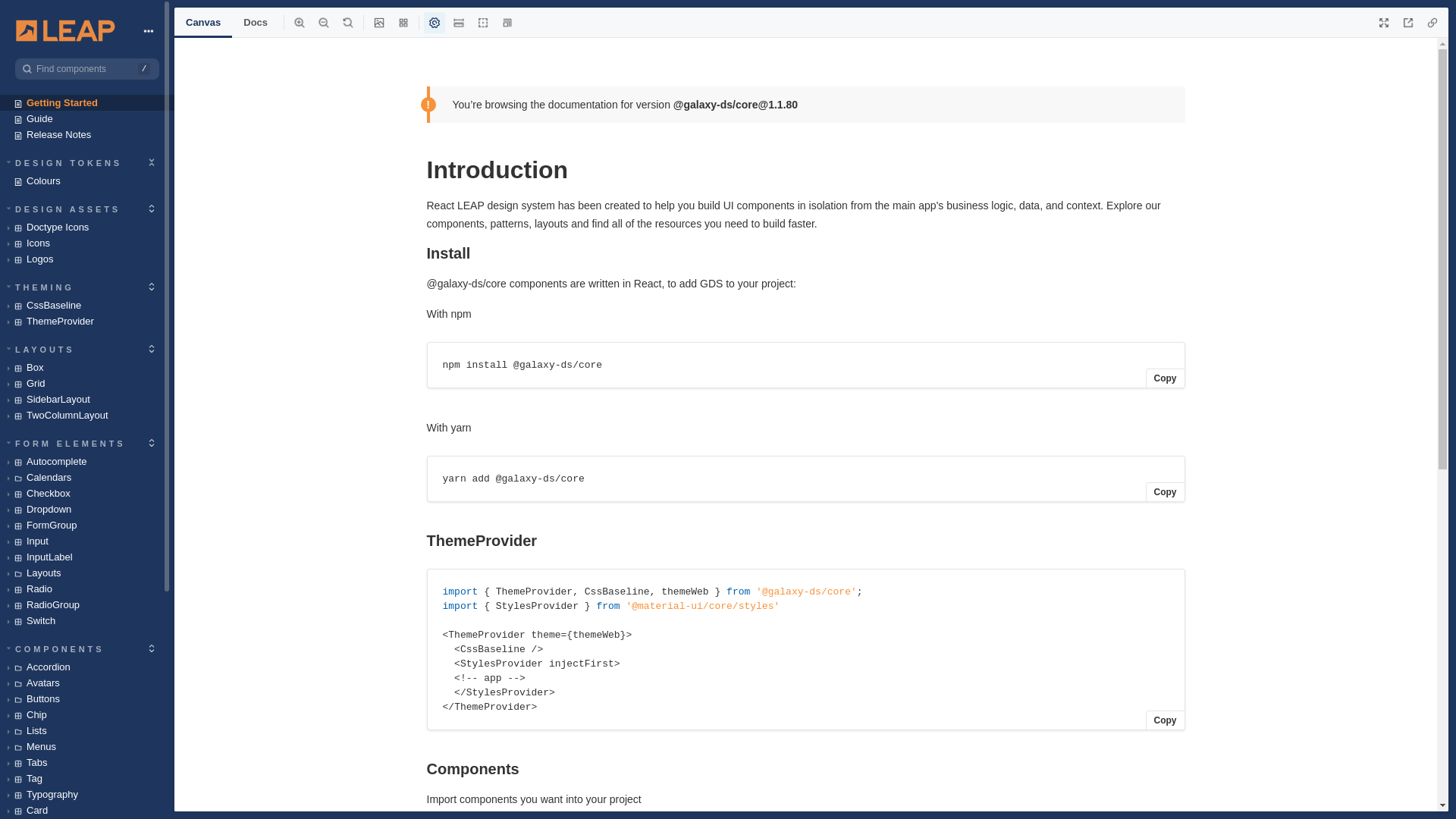 This screenshot has height=819, width=1456. Describe the element at coordinates (323, 23) in the screenshot. I see `'Zoom out'` at that location.